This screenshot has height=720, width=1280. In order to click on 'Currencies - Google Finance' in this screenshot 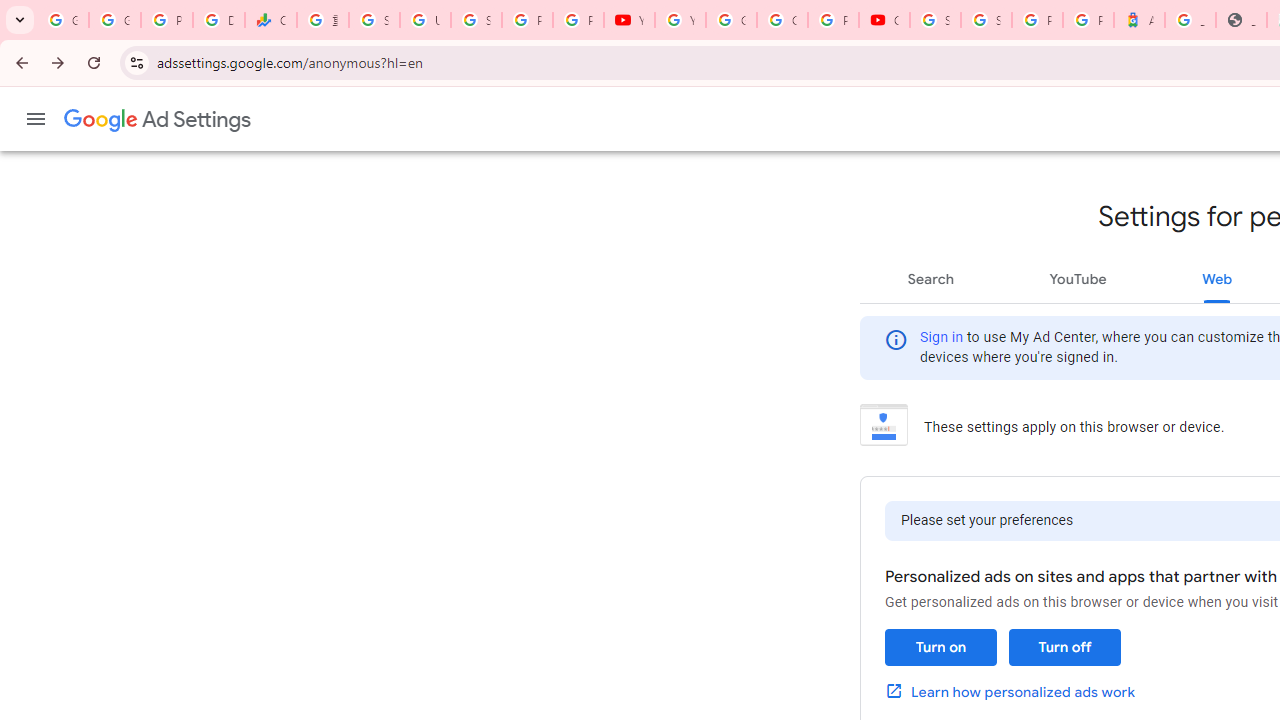, I will do `click(269, 20)`.